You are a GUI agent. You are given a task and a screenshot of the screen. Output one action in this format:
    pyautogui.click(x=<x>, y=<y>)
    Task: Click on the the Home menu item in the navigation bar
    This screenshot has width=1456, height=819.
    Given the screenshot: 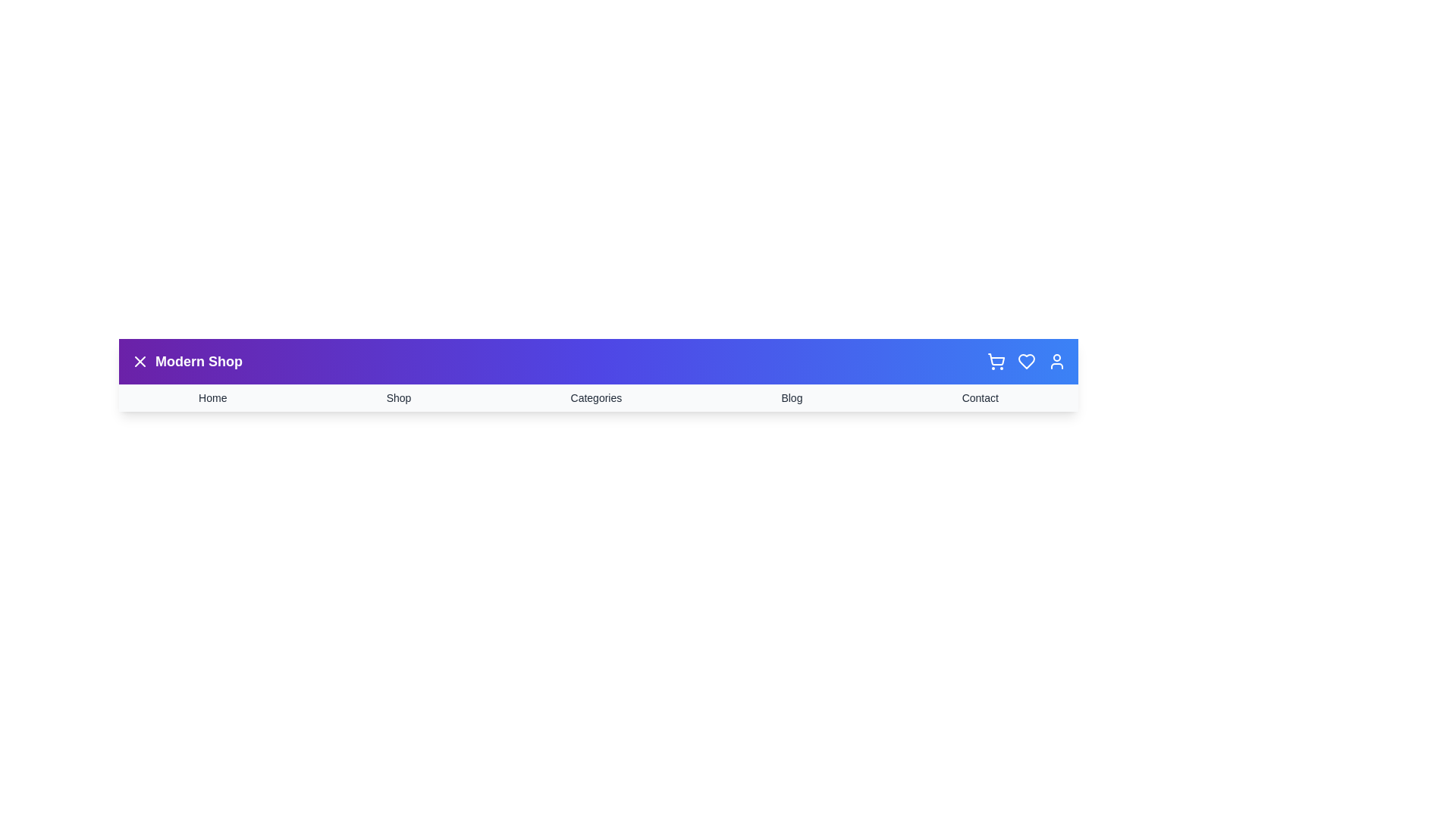 What is the action you would take?
    pyautogui.click(x=211, y=397)
    